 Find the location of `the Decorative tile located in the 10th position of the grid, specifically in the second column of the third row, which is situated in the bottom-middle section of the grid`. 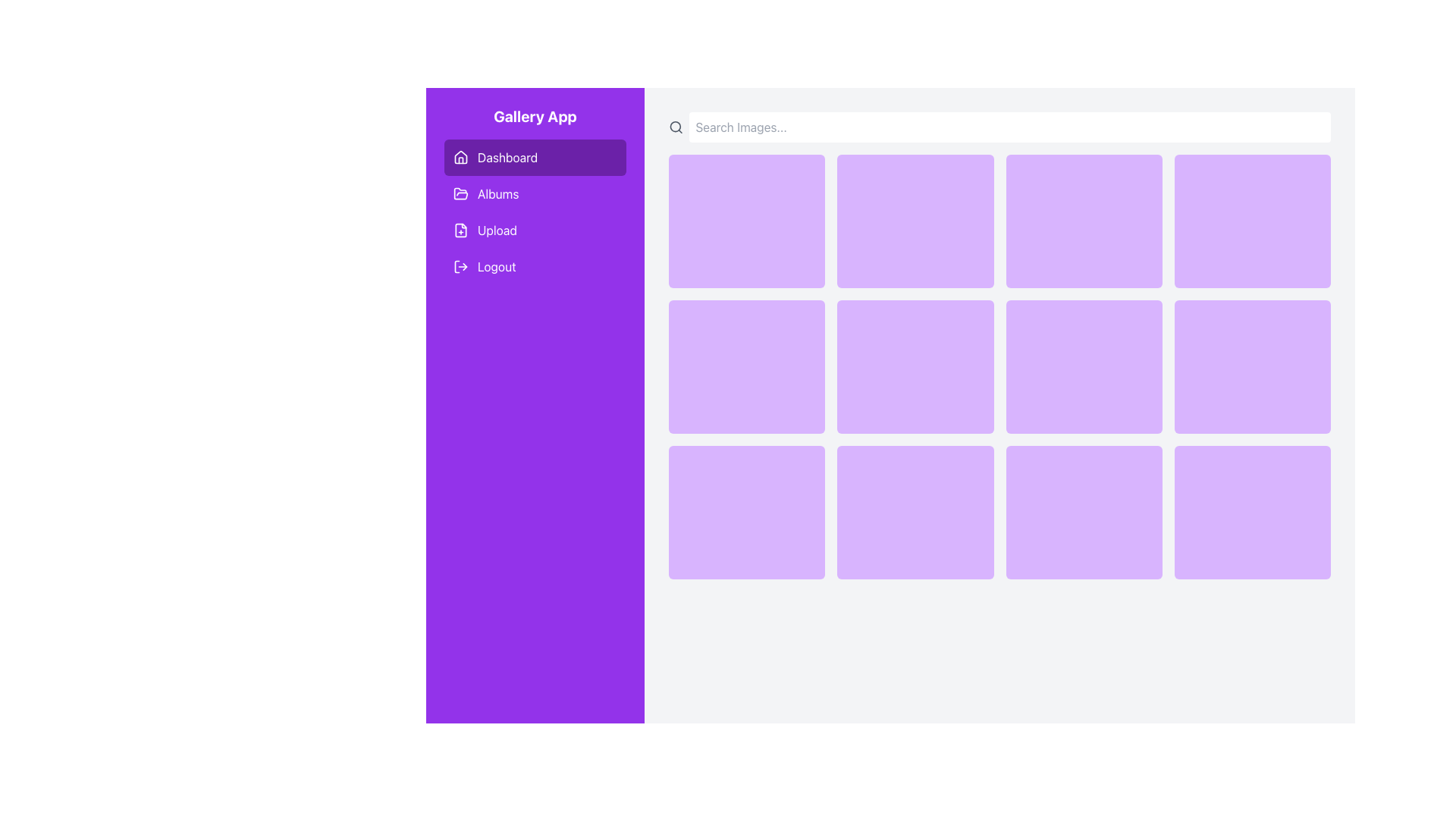

the Decorative tile located in the 10th position of the grid, specifically in the second column of the third row, which is situated in the bottom-middle section of the grid is located at coordinates (915, 512).